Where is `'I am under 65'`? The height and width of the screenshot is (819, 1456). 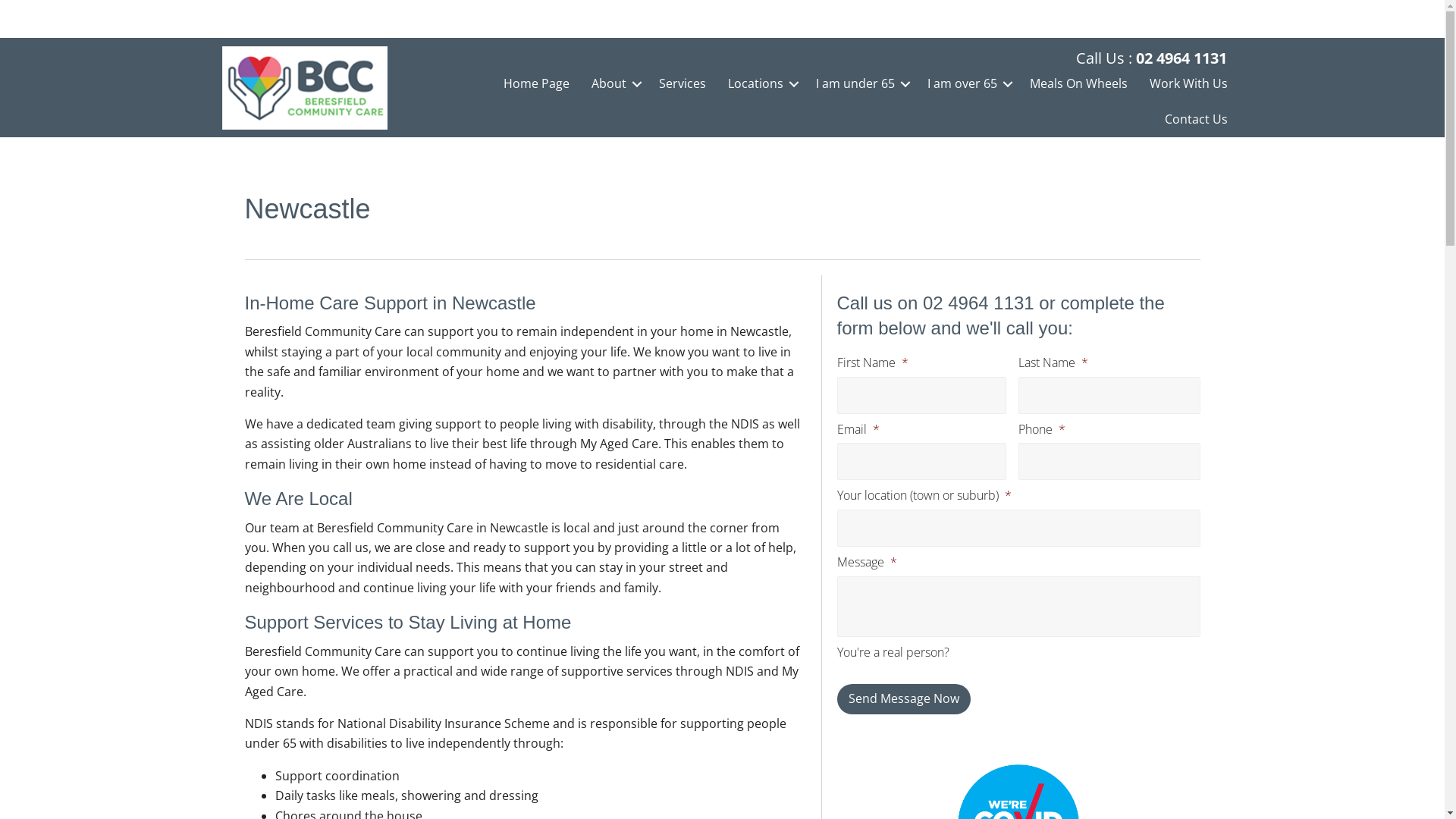 'I am under 65' is located at coordinates (860, 83).